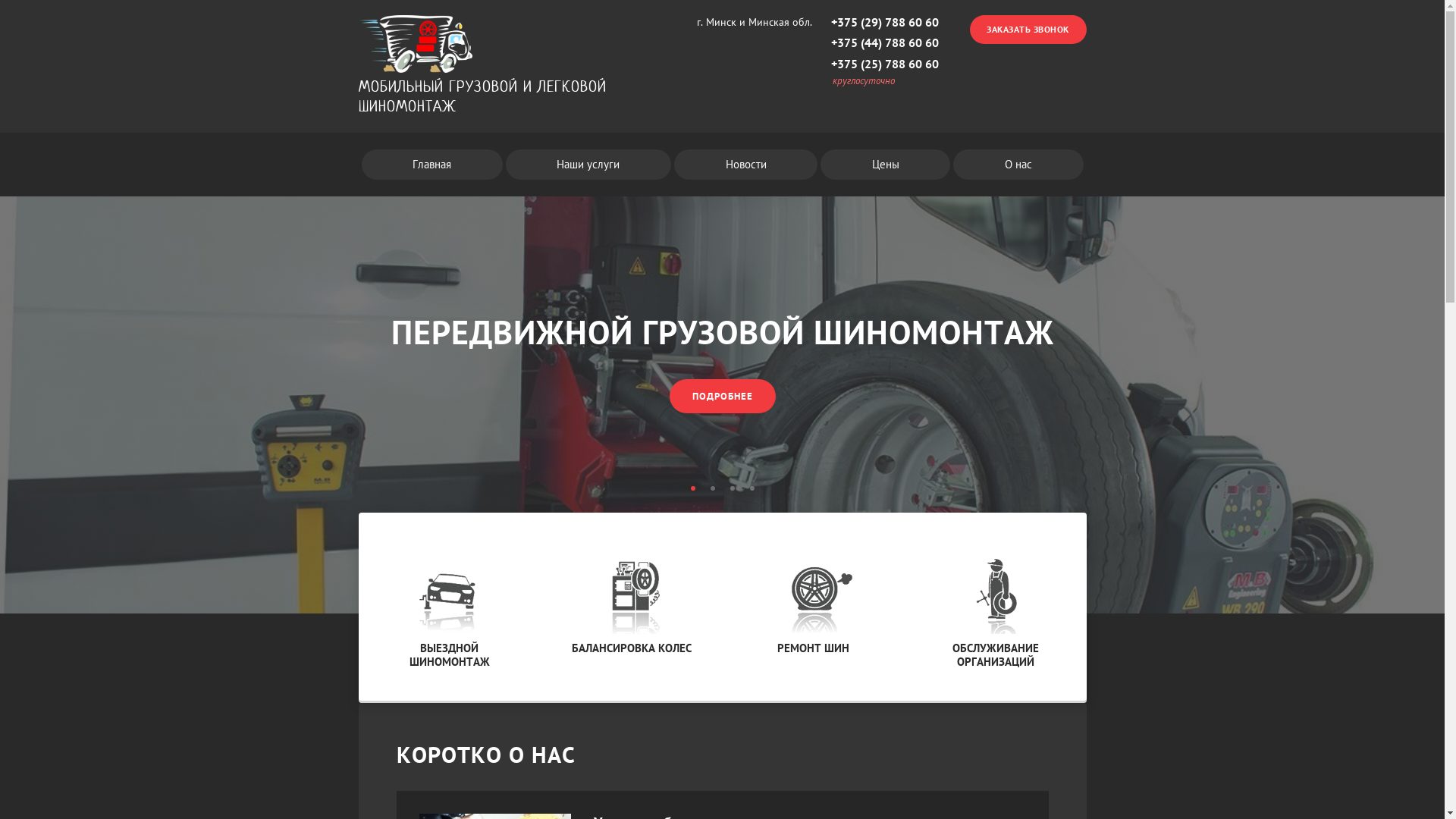 The height and width of the screenshot is (819, 1456). Describe the element at coordinates (830, 42) in the screenshot. I see `'+375 (44) 788 60 60'` at that location.